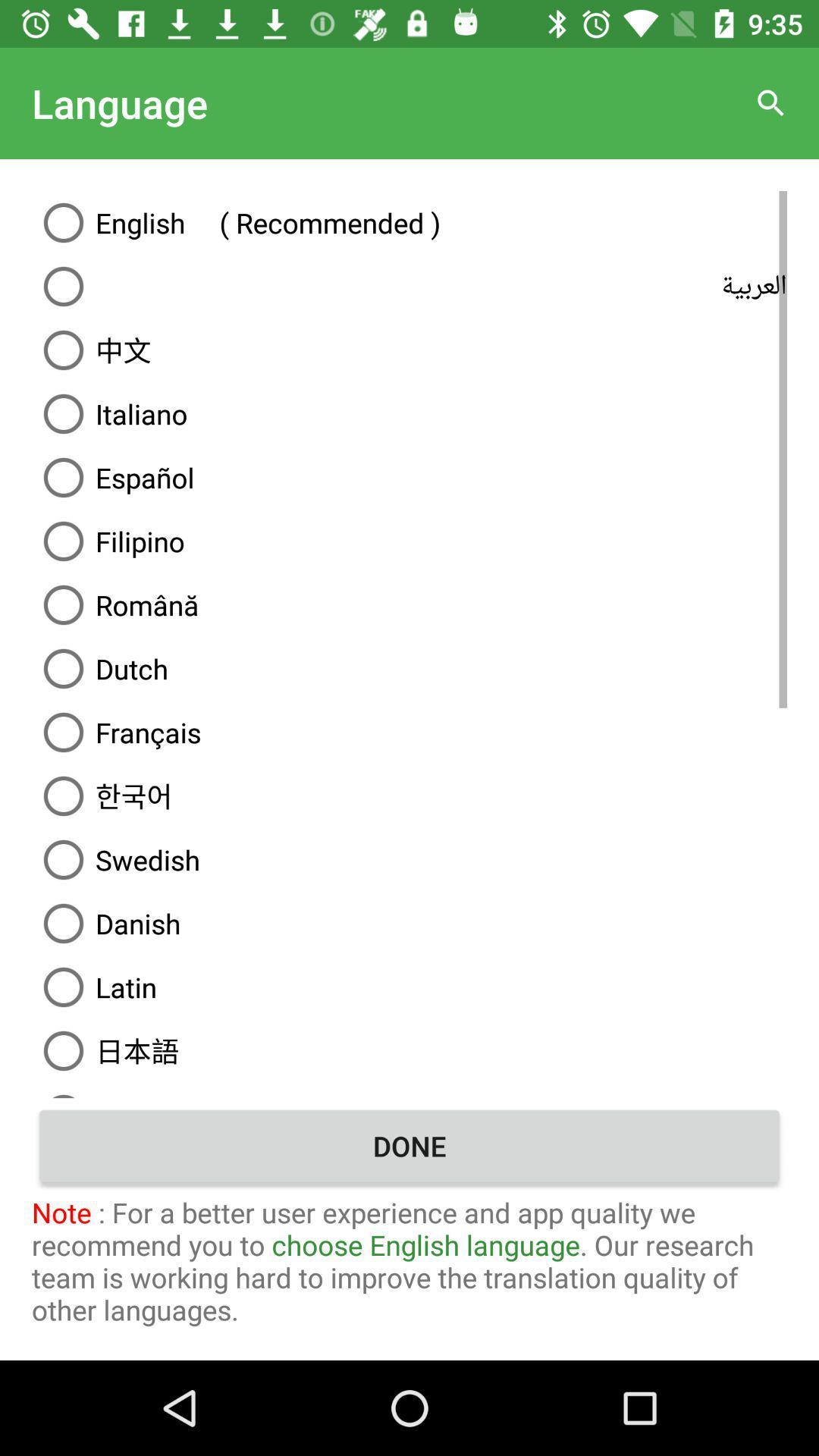  I want to click on the icon below danish item, so click(409, 987).